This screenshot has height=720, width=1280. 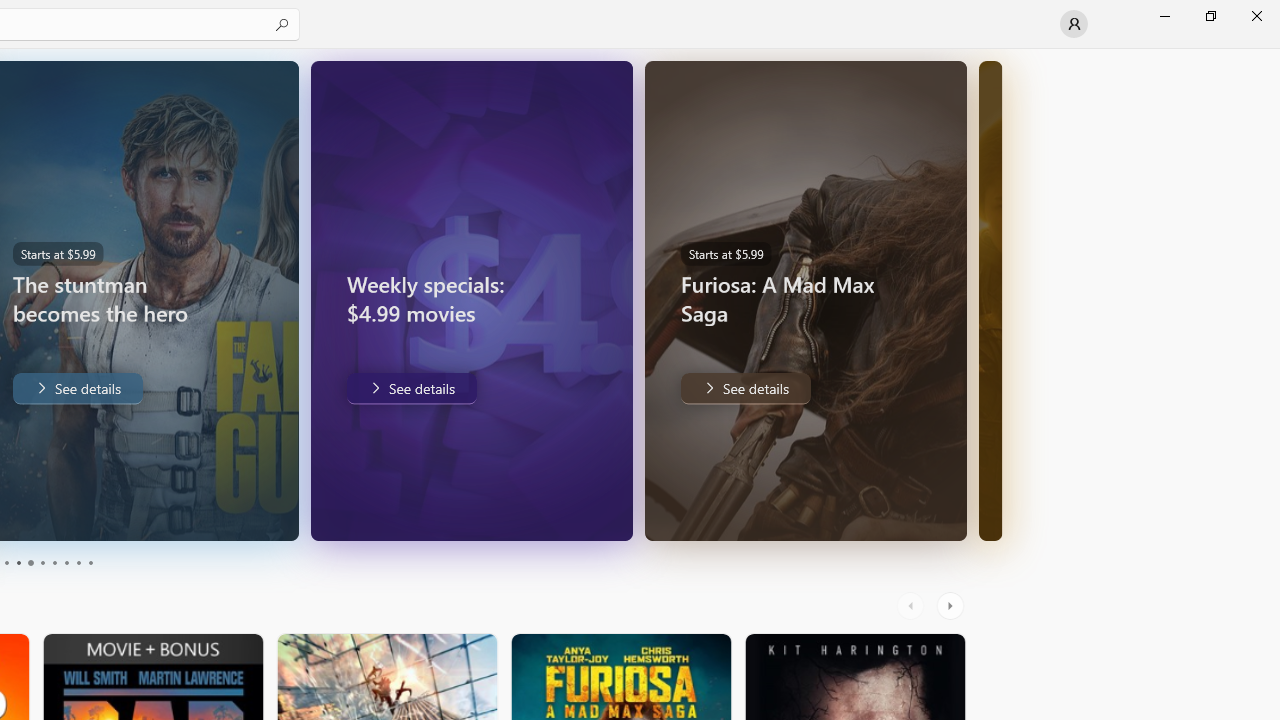 I want to click on 'Page 5', so click(x=30, y=563).